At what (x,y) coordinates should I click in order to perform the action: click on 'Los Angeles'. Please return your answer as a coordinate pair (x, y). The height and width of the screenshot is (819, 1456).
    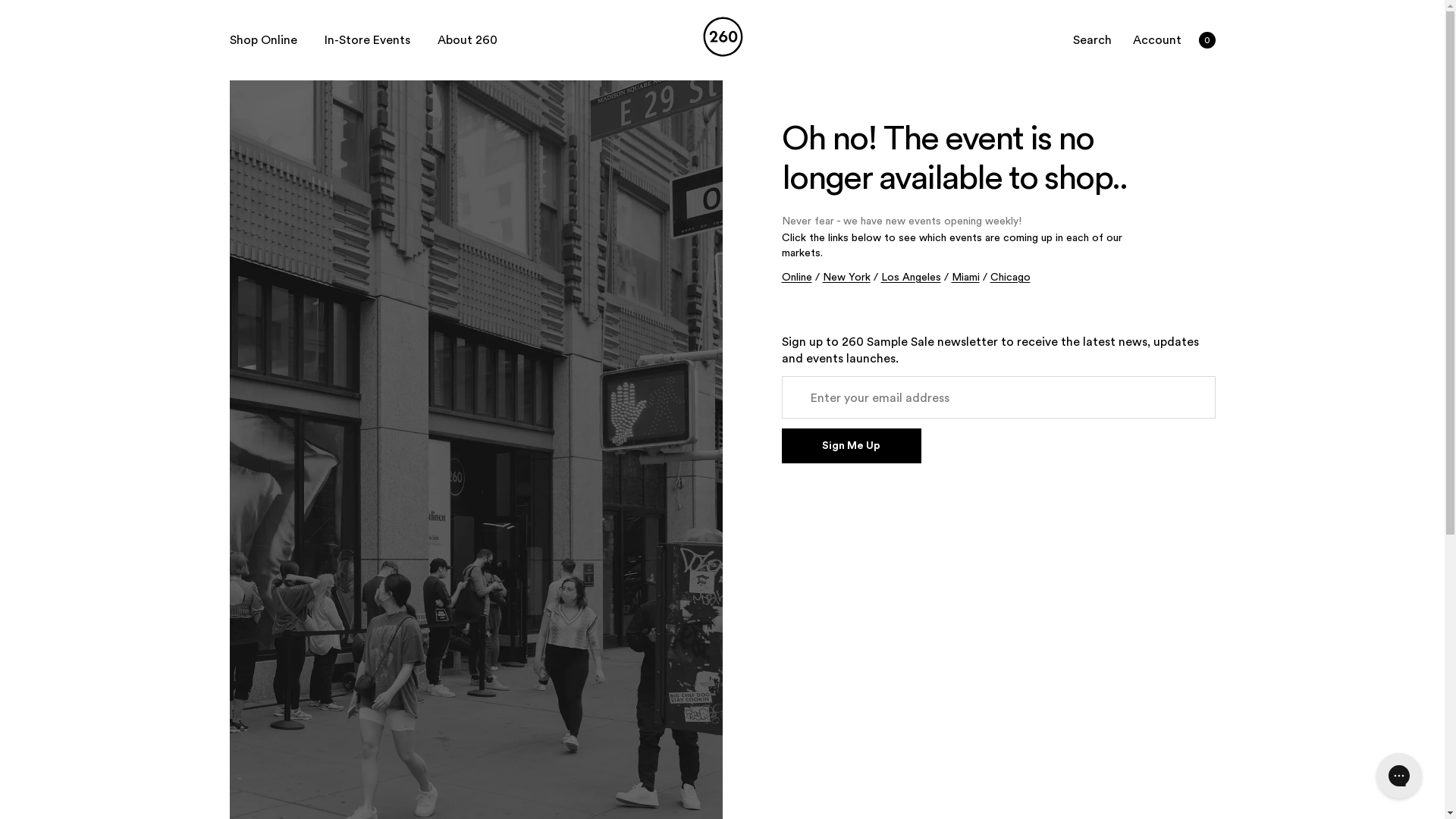
    Looking at the image, I should click on (910, 278).